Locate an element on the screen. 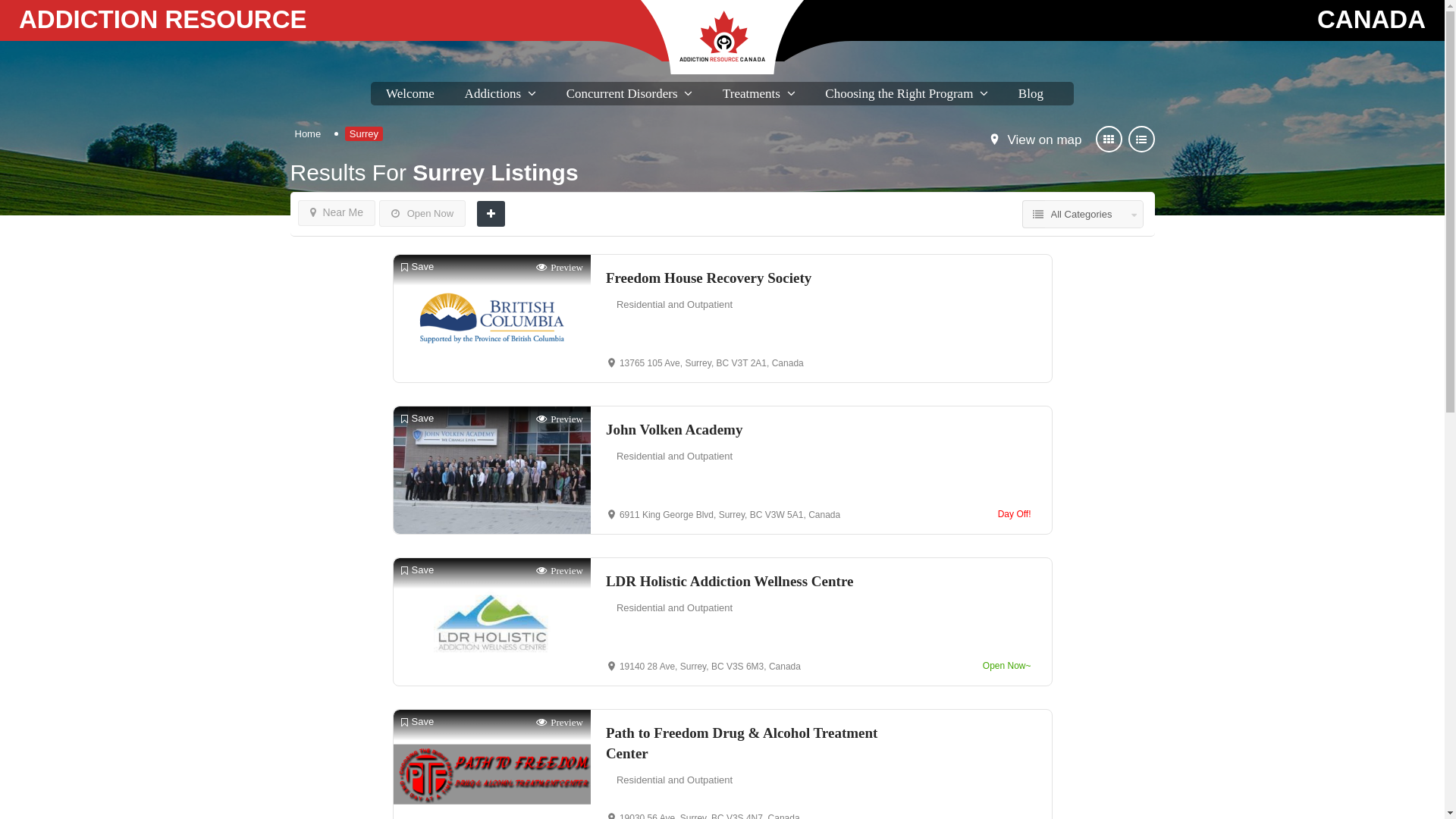 The width and height of the screenshot is (1456, 819). 'Addictions' is located at coordinates (464, 93).